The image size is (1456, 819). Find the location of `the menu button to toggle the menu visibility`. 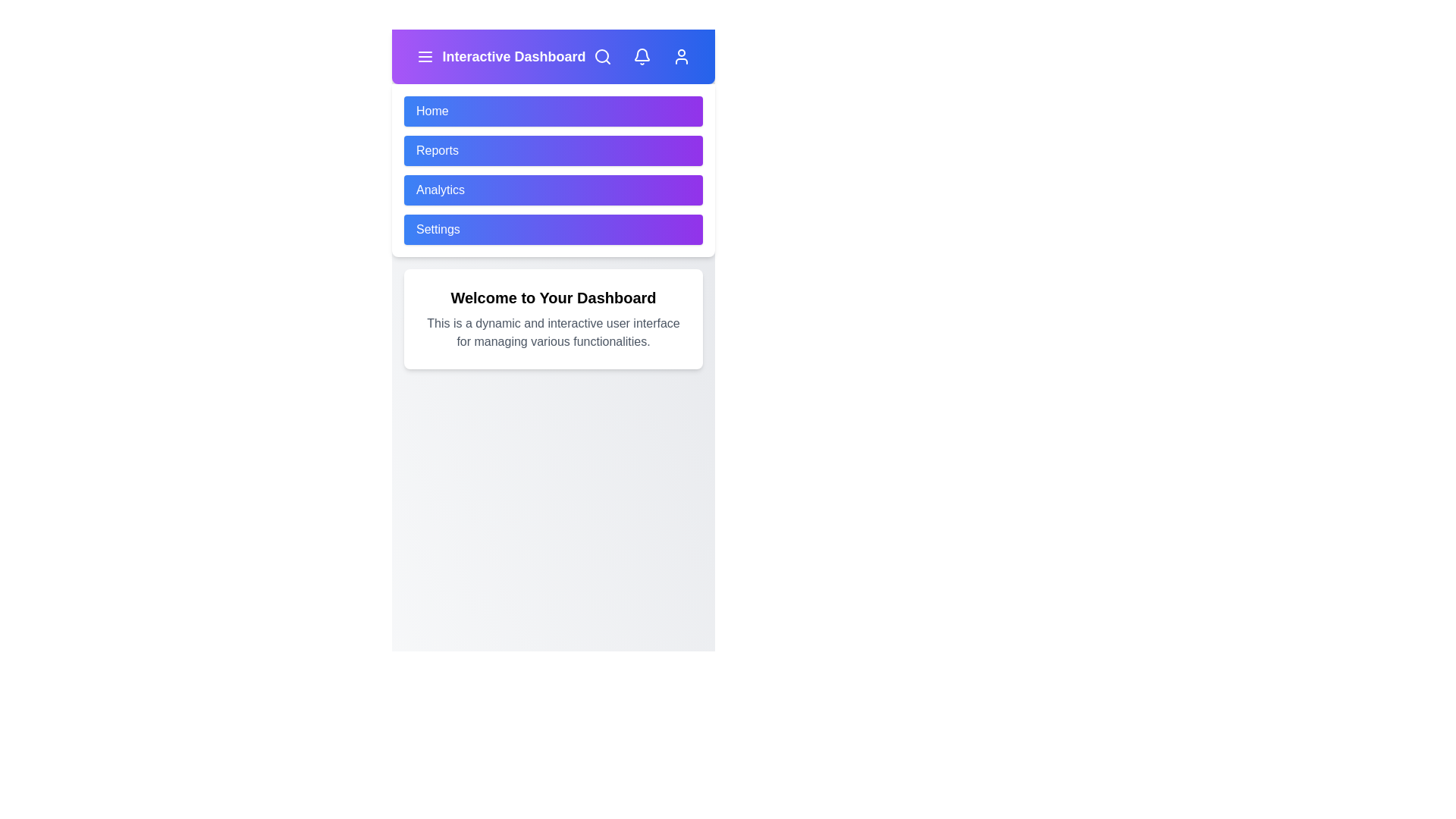

the menu button to toggle the menu visibility is located at coordinates (425, 55).